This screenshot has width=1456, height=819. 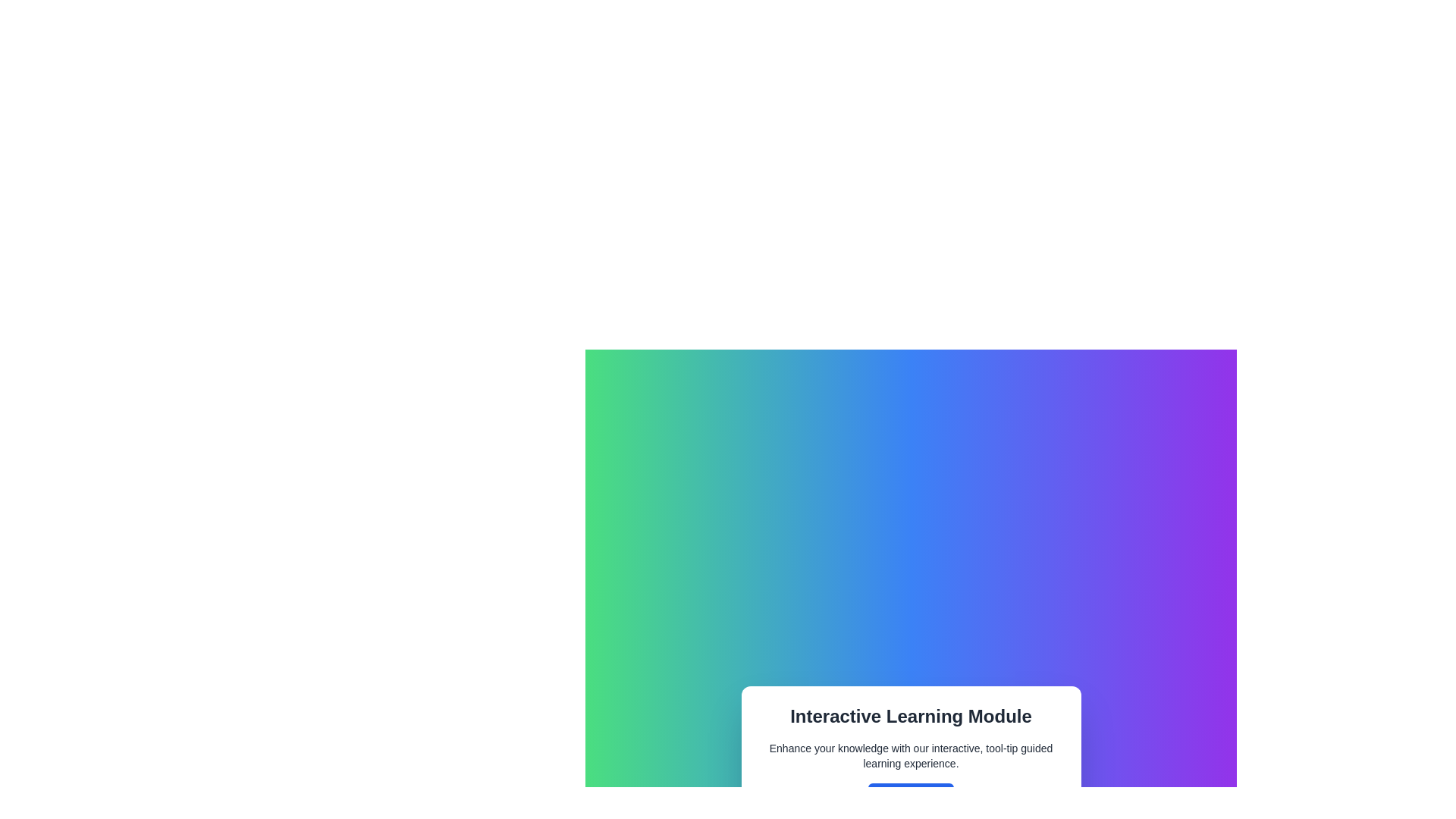 What do you see at coordinates (910, 755) in the screenshot?
I see `the descriptive text element that provides context about the interactive learning module, located immediately below the title and above other interface elements` at bounding box center [910, 755].